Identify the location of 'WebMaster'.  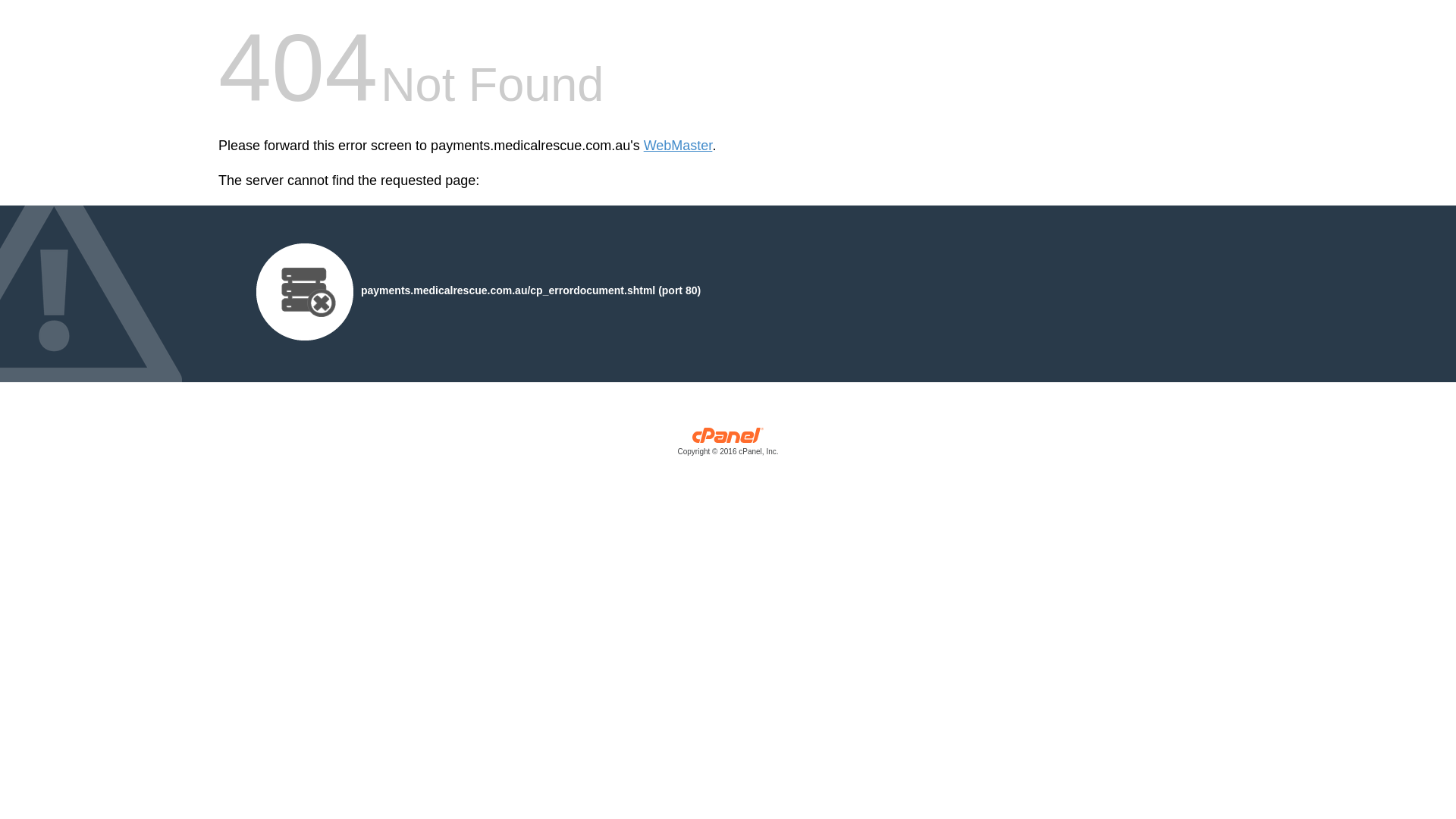
(677, 146).